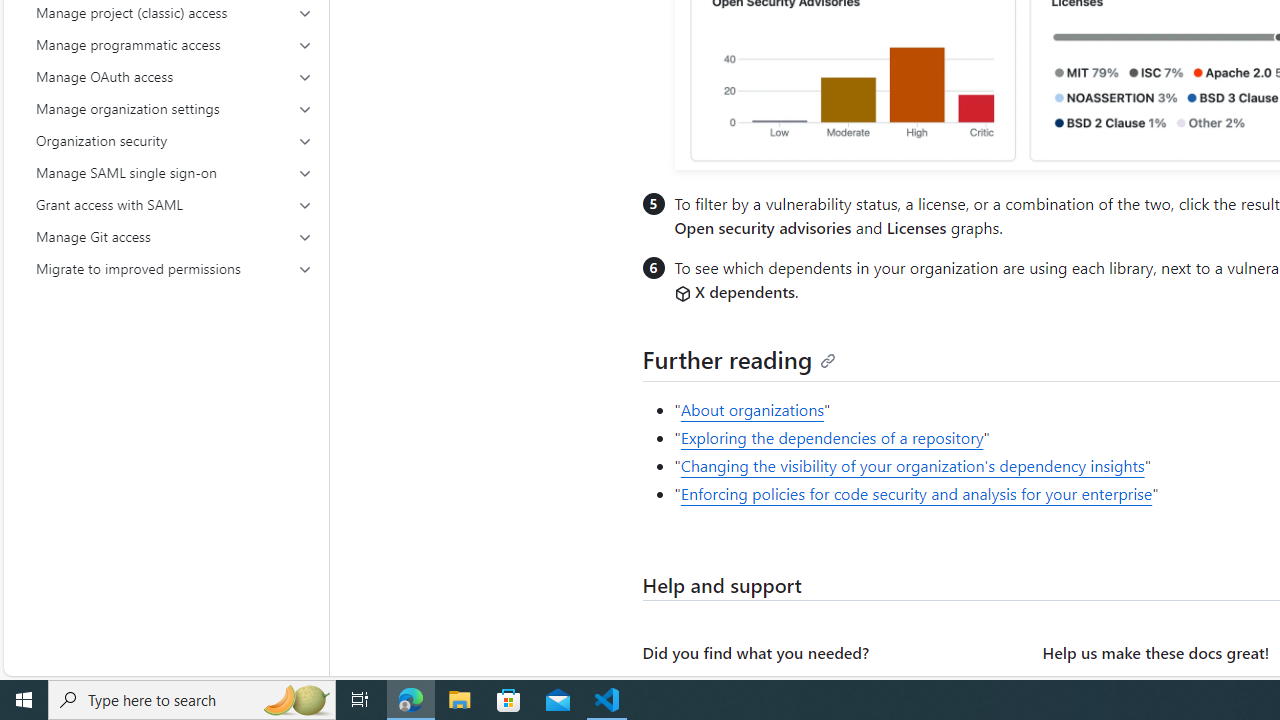 This screenshot has height=720, width=1280. I want to click on 'About organizations', so click(751, 409).